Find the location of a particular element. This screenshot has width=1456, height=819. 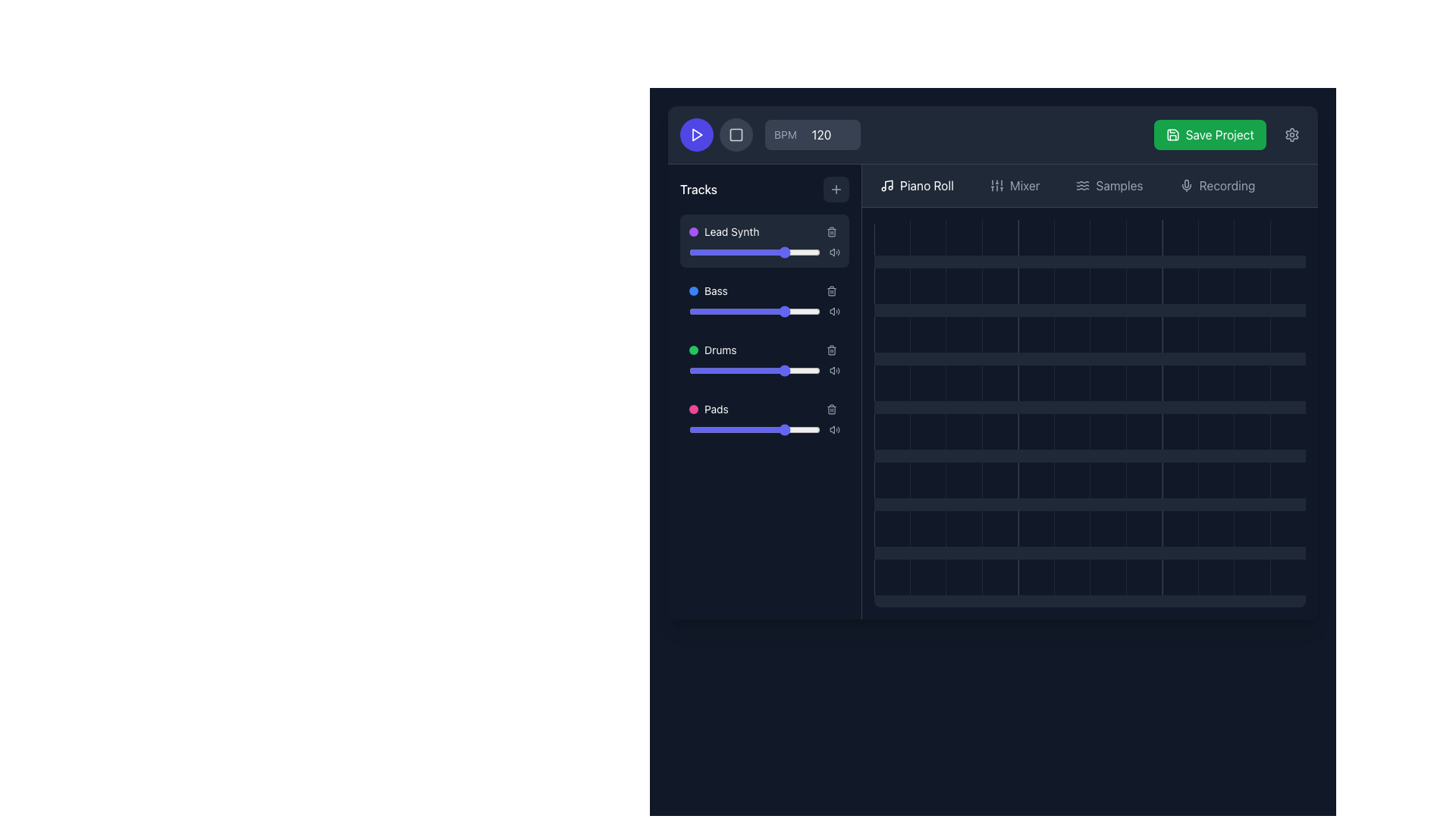

the grid item, which is a square tile with a dark gray background and a thin border on its left side, located in the bottommost row of the grid layout, in the leftmost column is located at coordinates (892, 577).